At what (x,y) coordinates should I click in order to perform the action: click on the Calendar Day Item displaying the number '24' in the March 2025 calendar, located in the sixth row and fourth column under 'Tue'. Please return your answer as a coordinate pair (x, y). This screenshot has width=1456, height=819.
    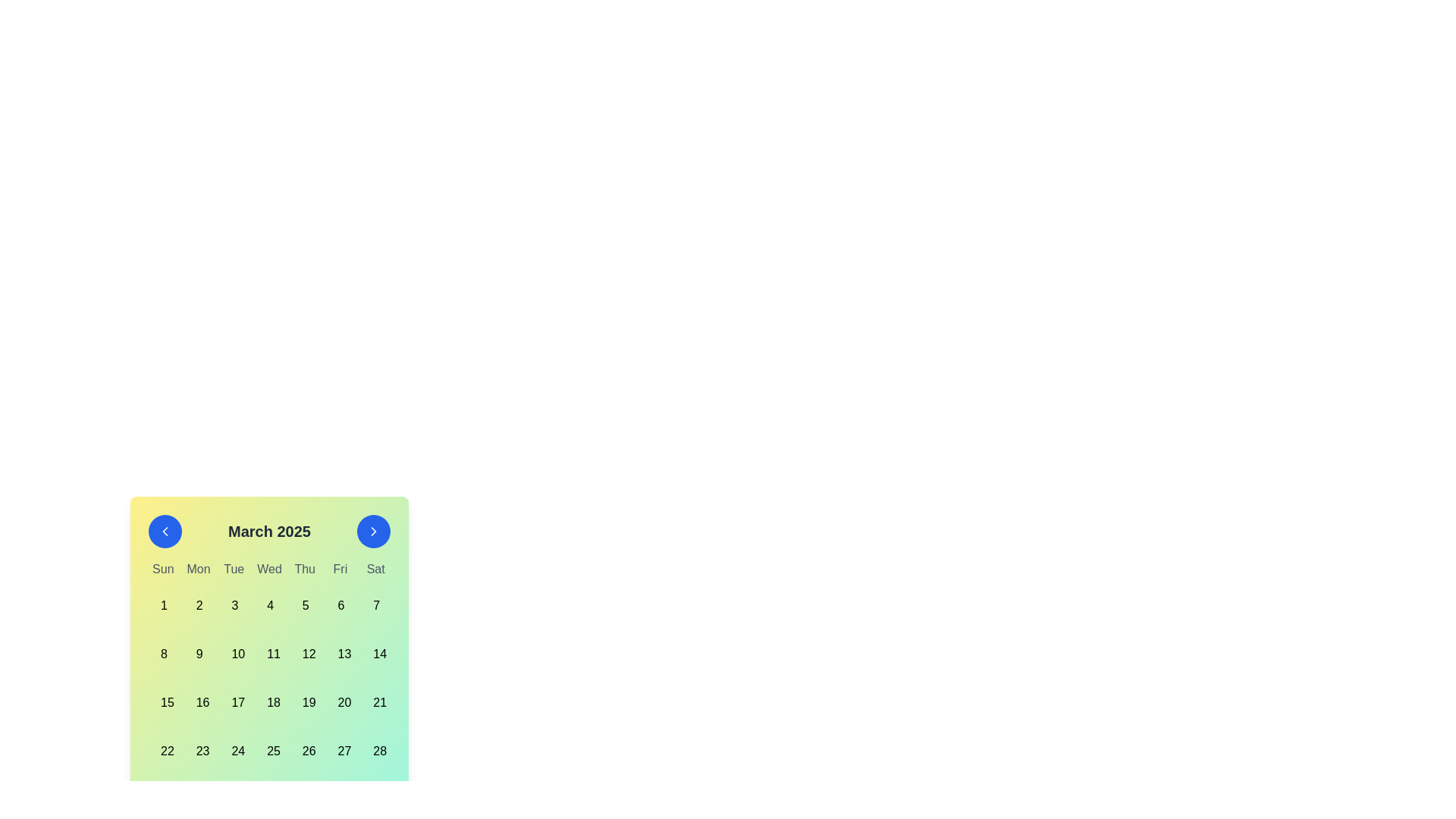
    Looking at the image, I should click on (233, 752).